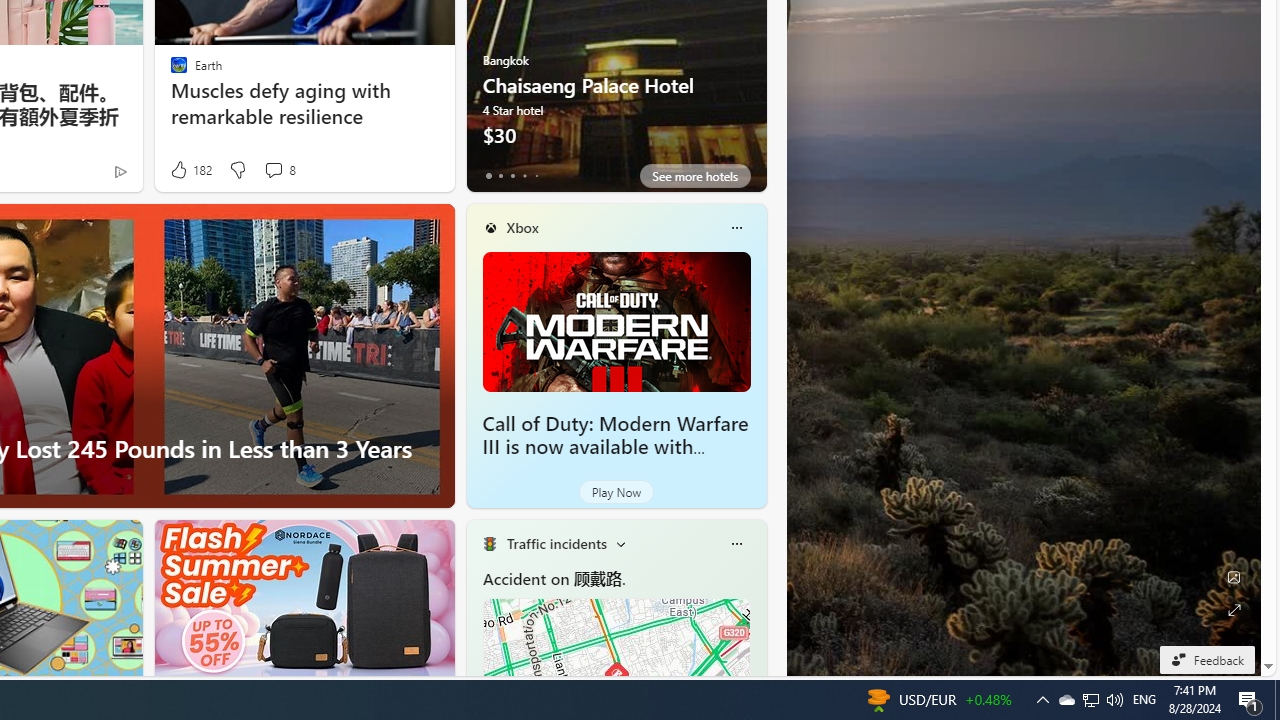  Describe the element at coordinates (619, 543) in the screenshot. I see `'Change scenarios'` at that location.